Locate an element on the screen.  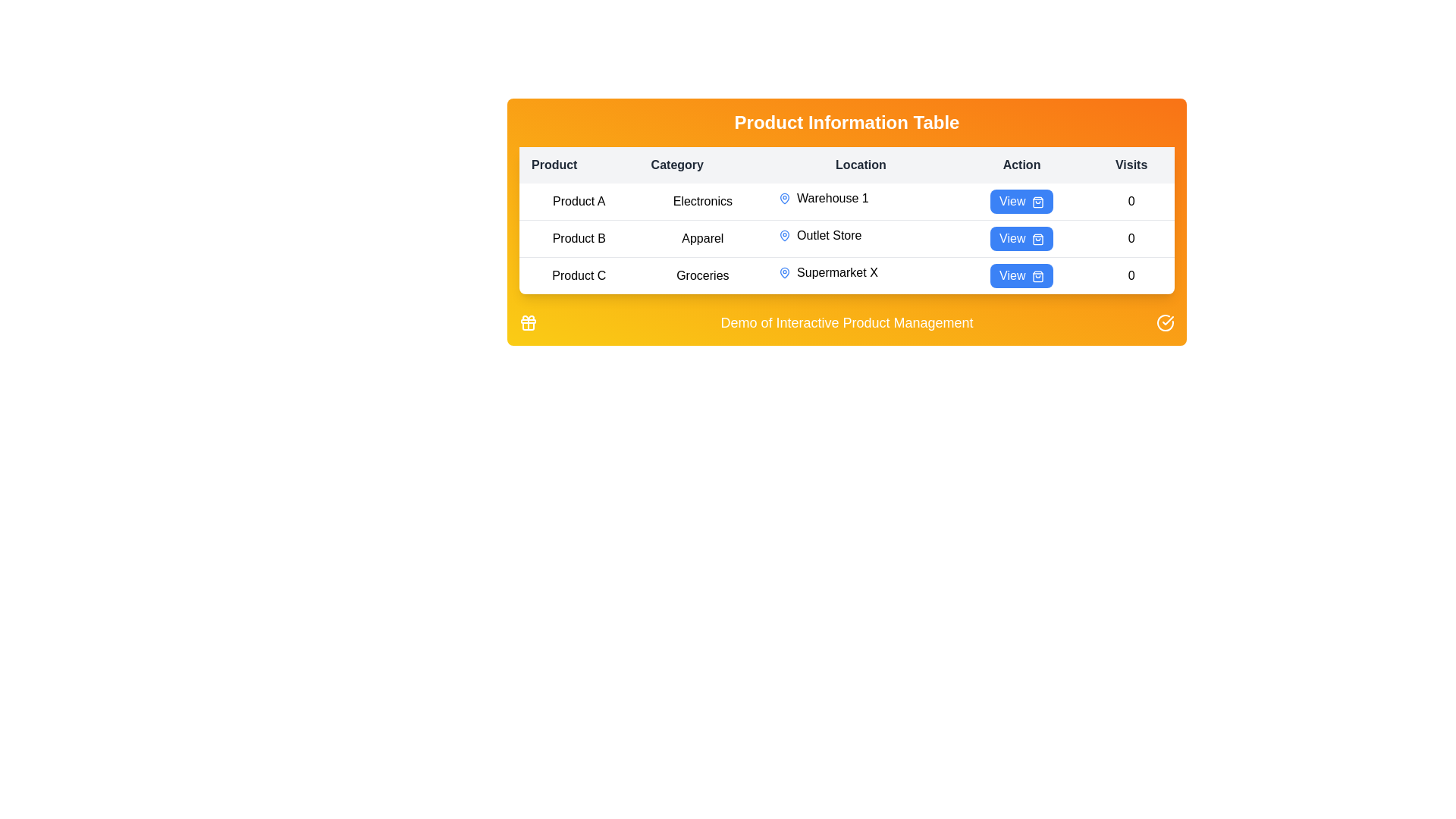
the location marker icon representing 'Product C' in the 'Location' column, adjacent to 'Supermarket X' is located at coordinates (785, 271).